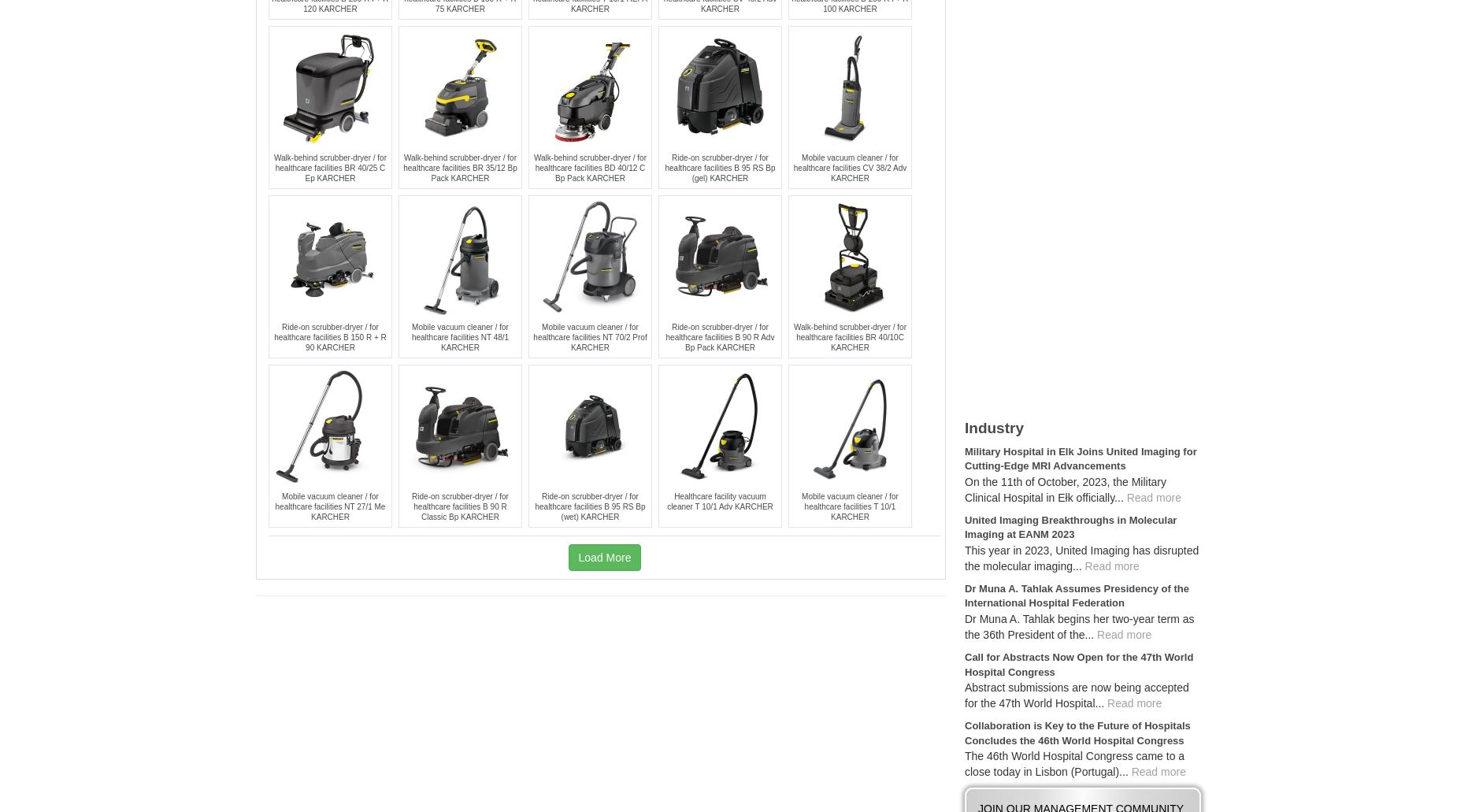  What do you see at coordinates (1075, 695) in the screenshot?
I see `'Abstract submissions are now being accepted for the 47th World Hospital...'` at bounding box center [1075, 695].